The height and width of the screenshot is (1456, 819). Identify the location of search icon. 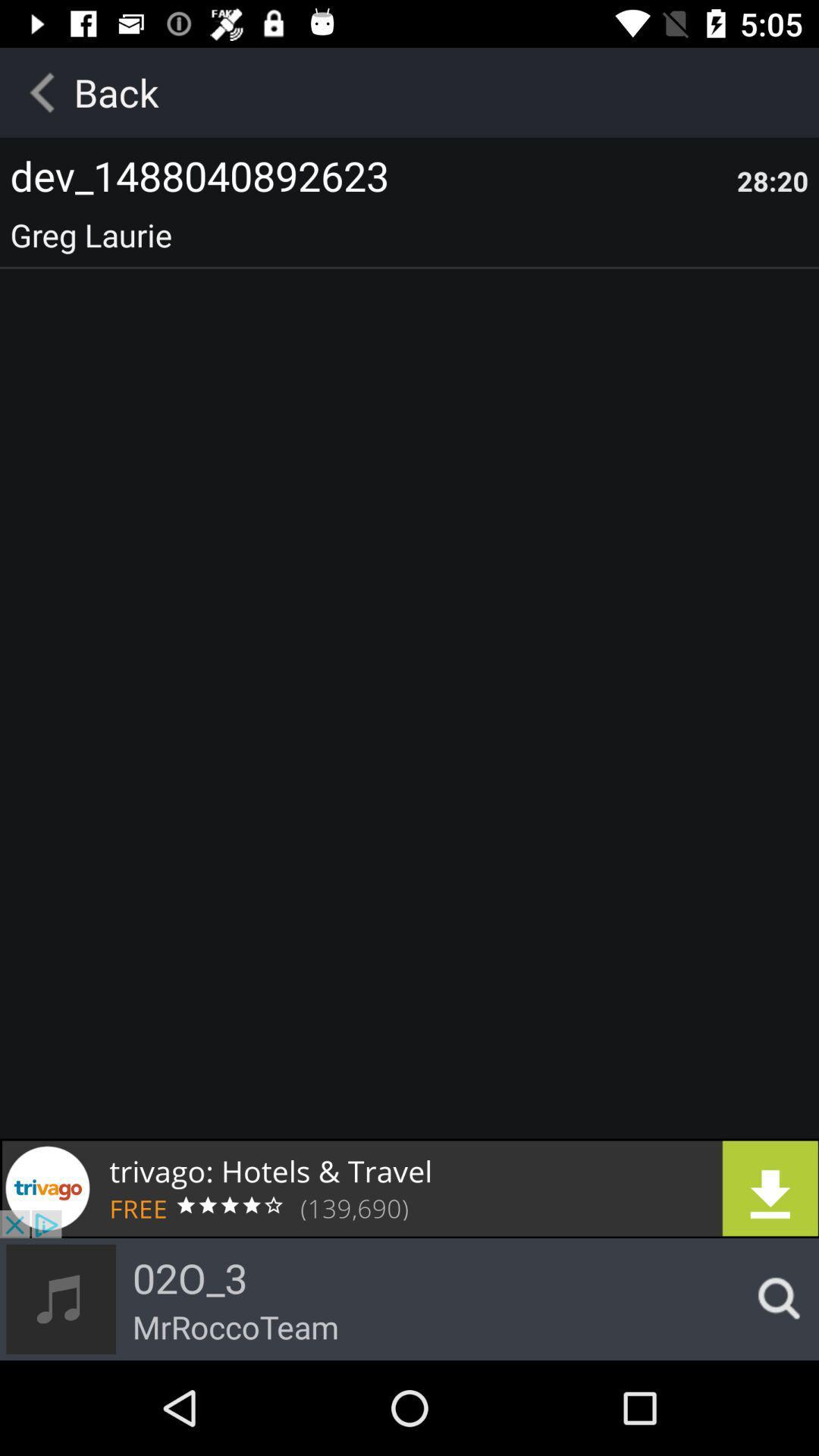
(774, 1298).